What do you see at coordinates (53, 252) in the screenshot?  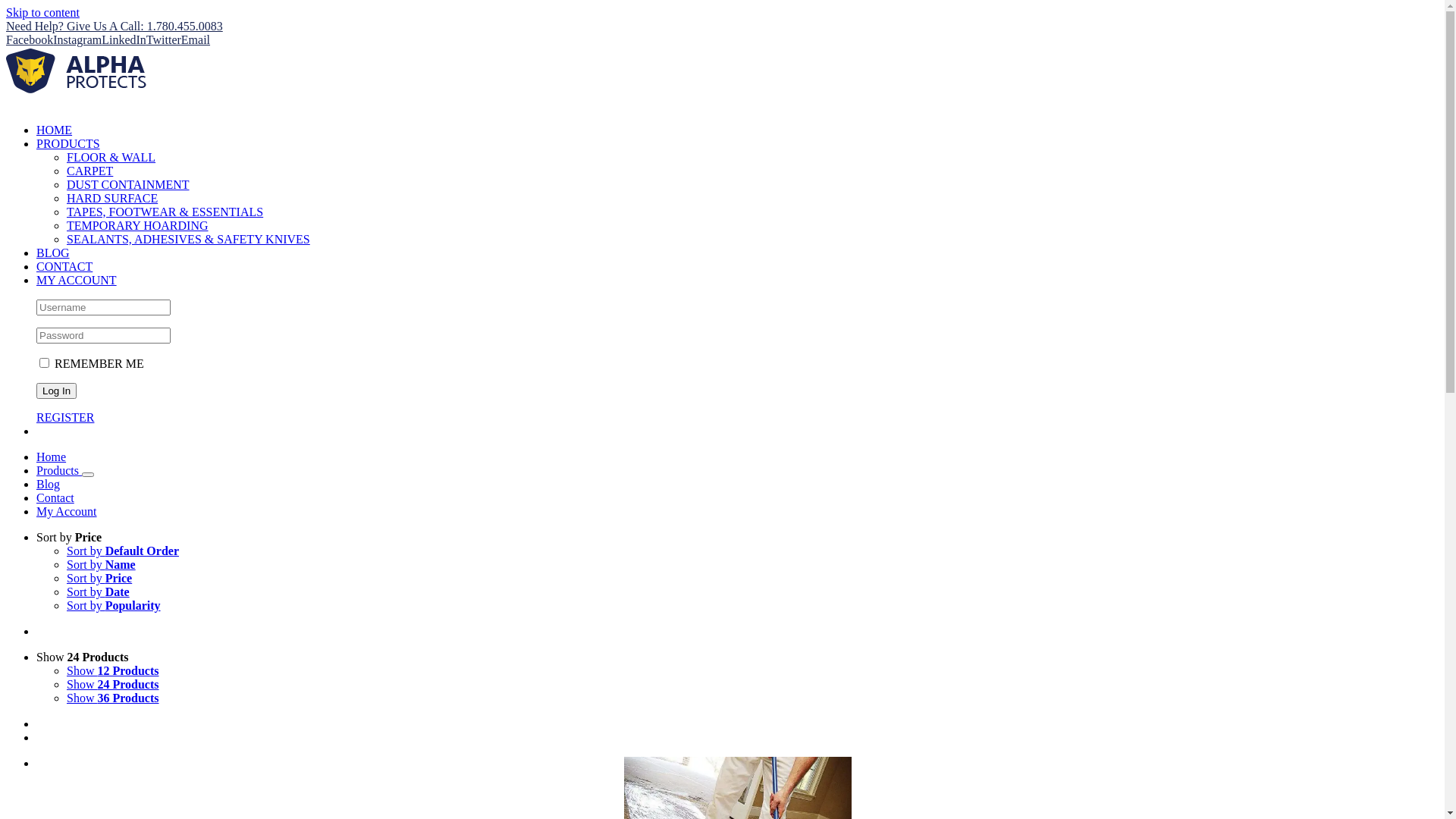 I see `'BLOG'` at bounding box center [53, 252].